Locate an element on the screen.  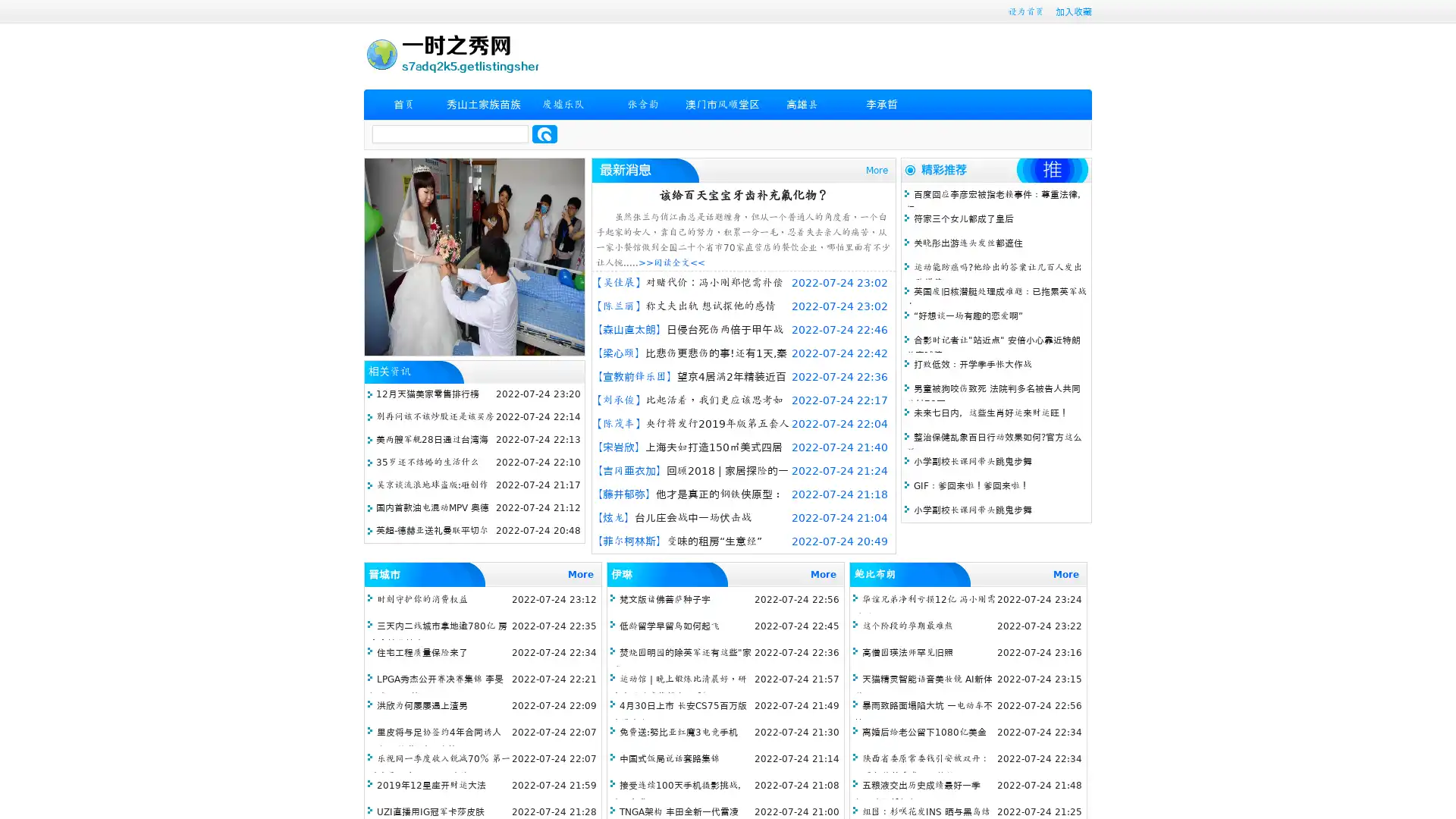
Search is located at coordinates (544, 133).